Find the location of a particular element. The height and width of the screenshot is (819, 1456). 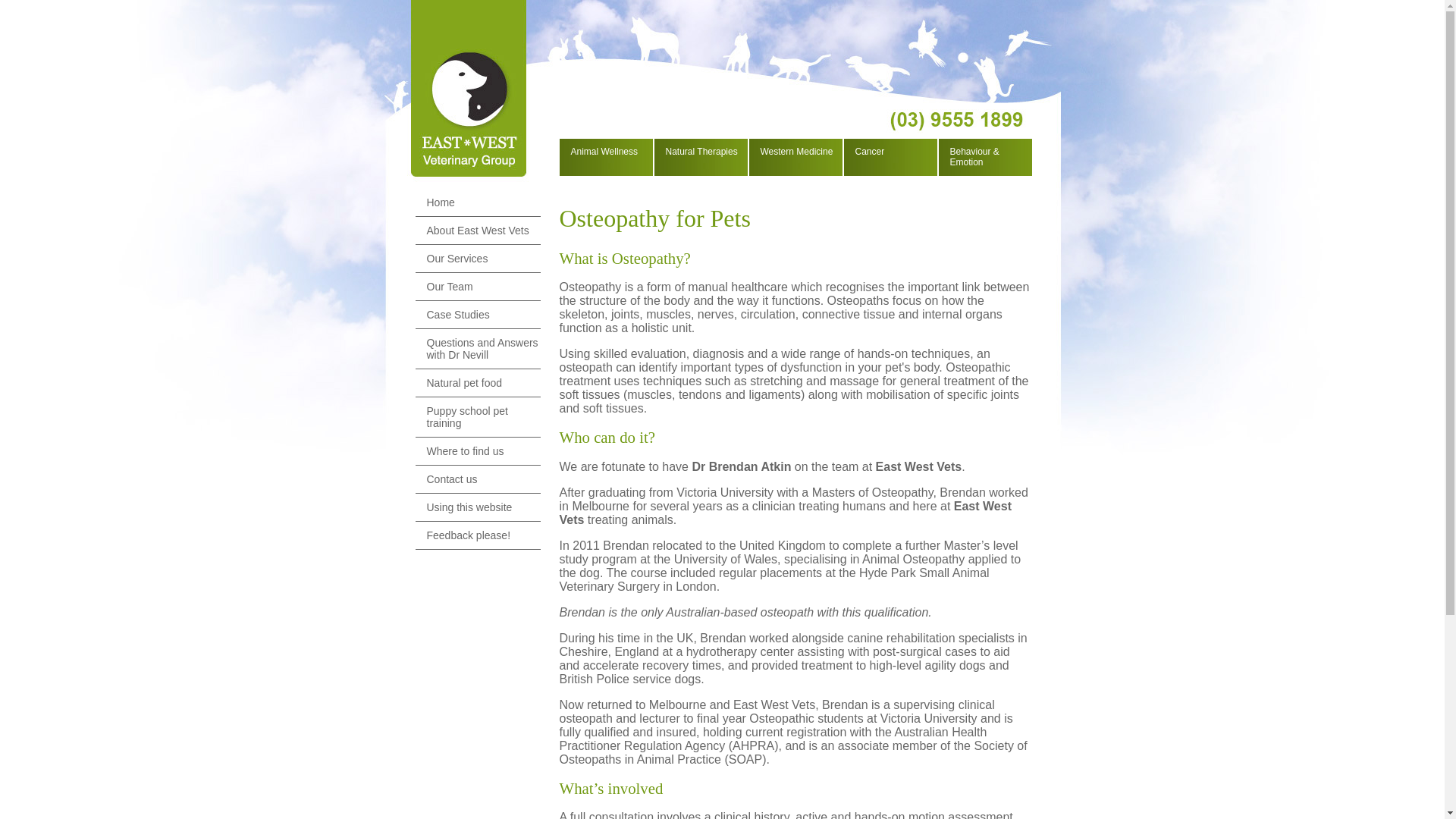

'Our Services' is located at coordinates (477, 258).